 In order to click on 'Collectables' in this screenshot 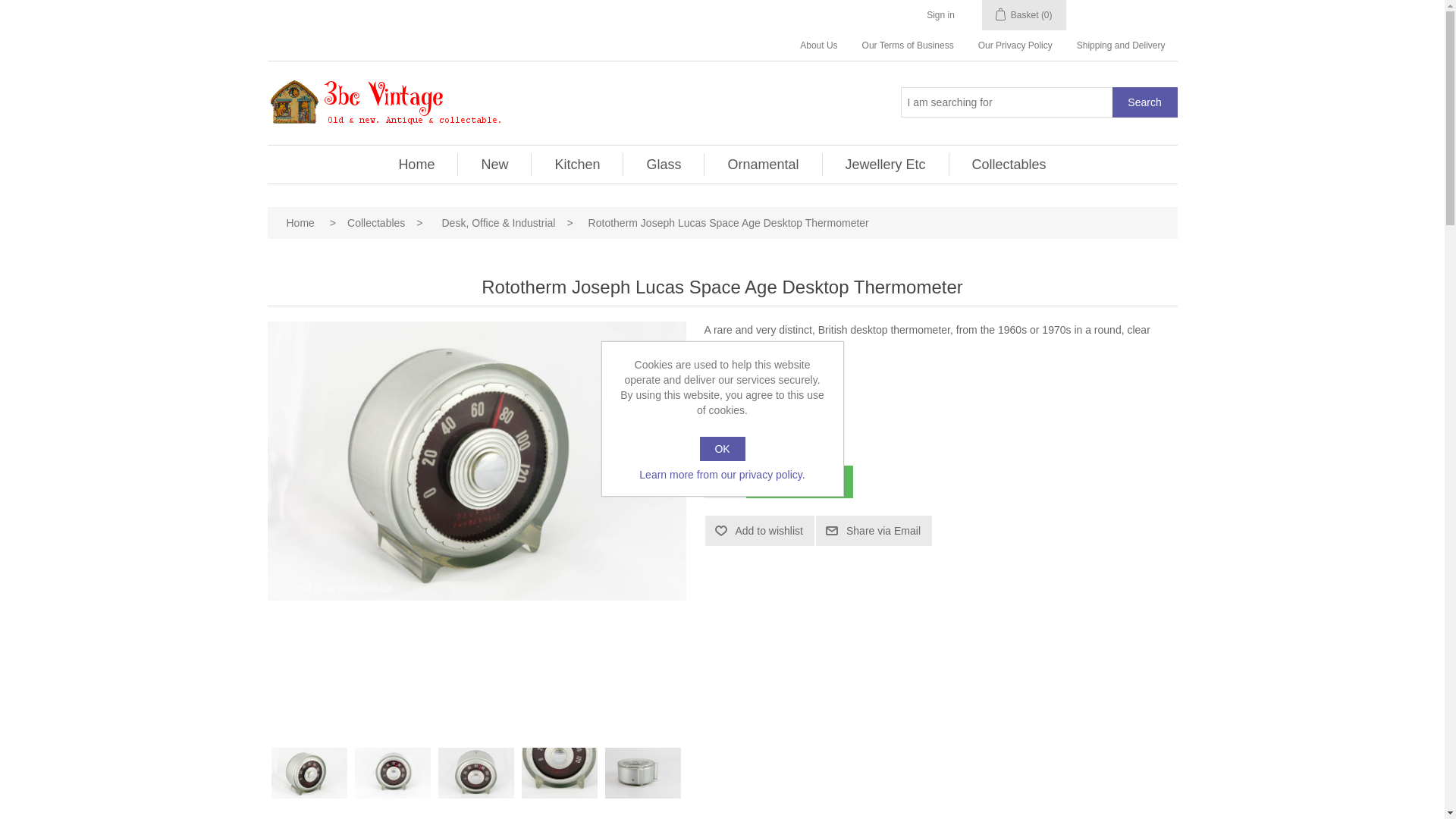, I will do `click(375, 222)`.